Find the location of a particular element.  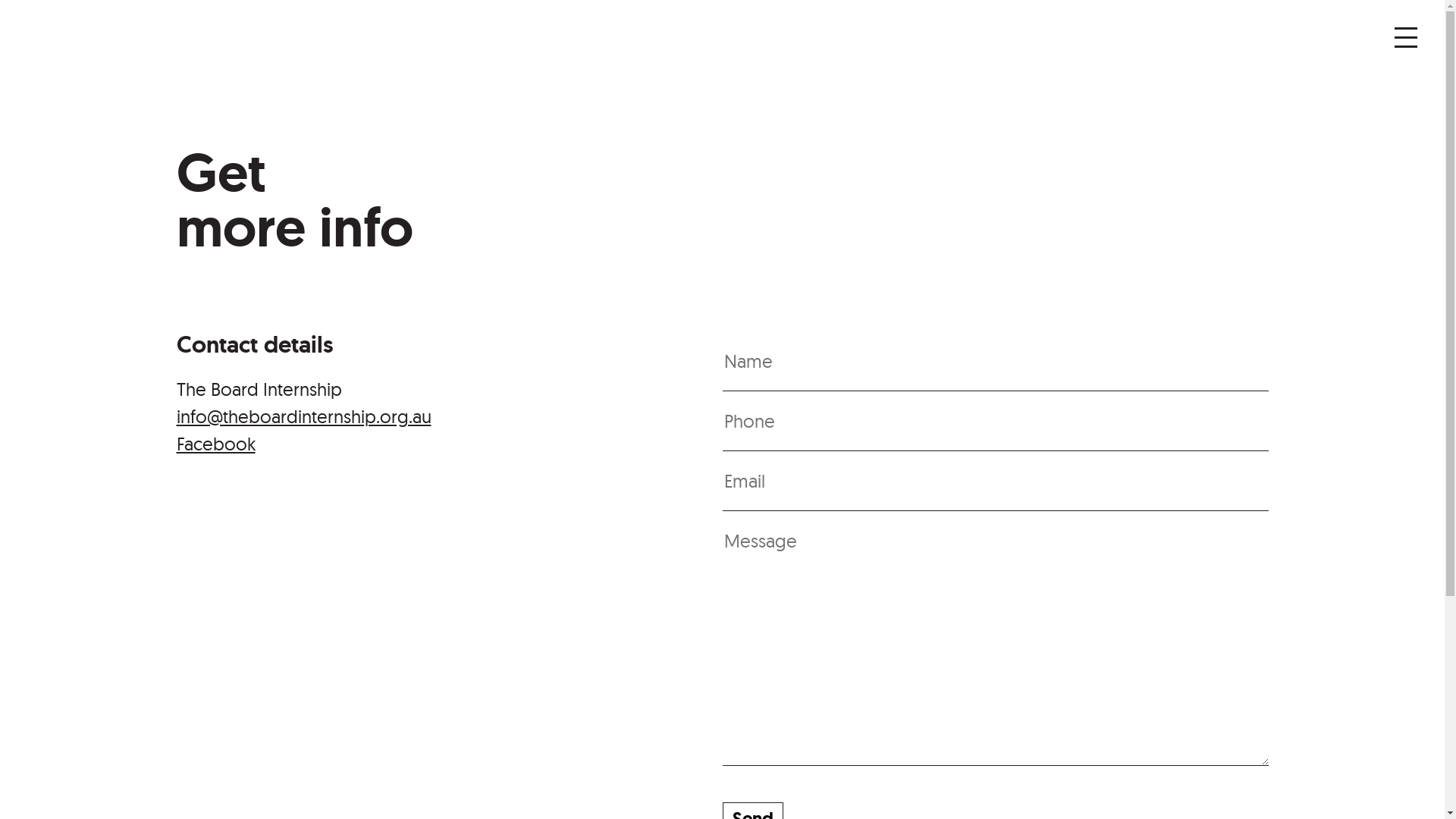

'Facebook' is located at coordinates (214, 444).